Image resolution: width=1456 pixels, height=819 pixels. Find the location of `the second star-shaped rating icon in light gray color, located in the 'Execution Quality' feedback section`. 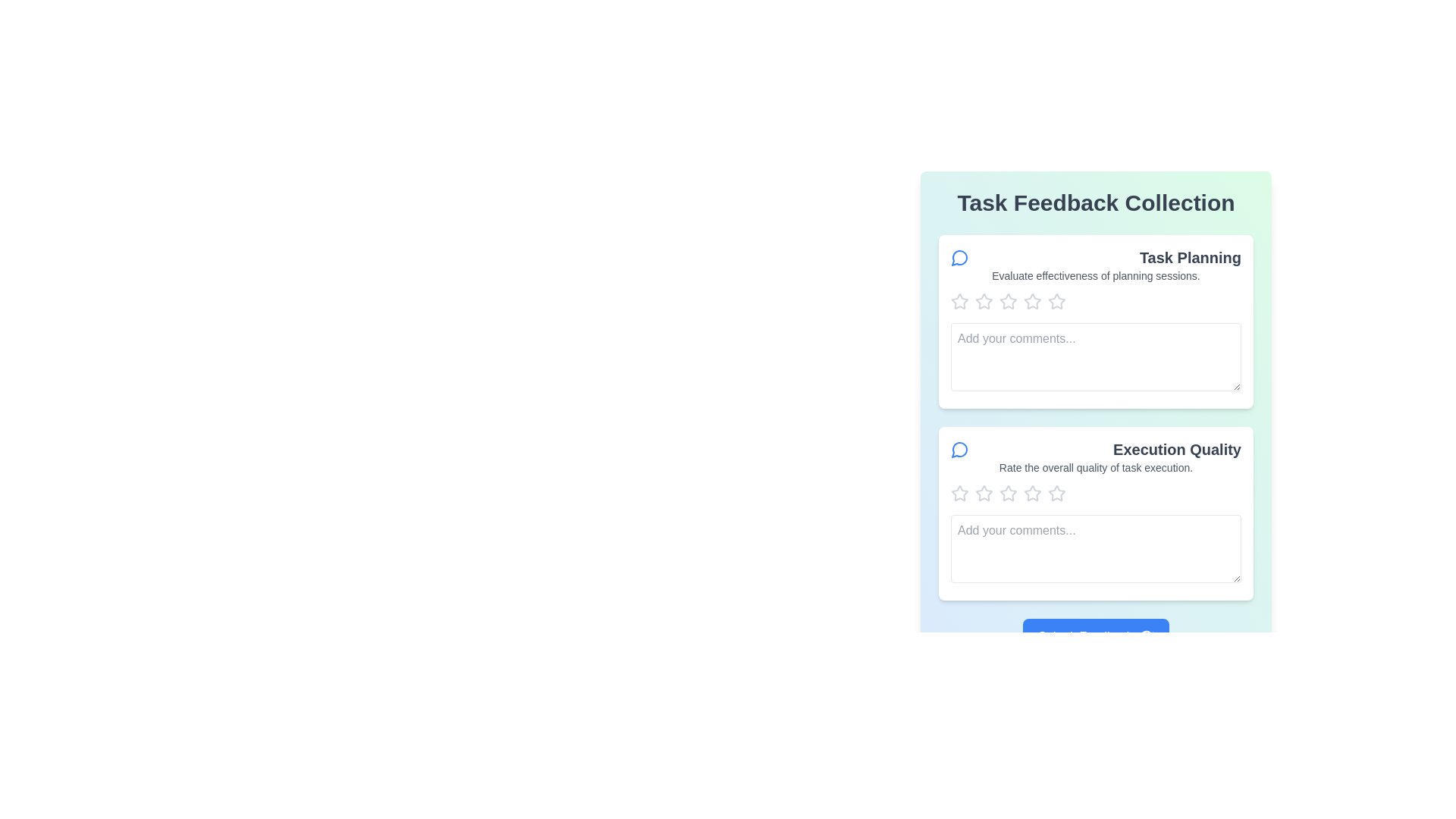

the second star-shaped rating icon in light gray color, located in the 'Execution Quality' feedback section is located at coordinates (1008, 493).